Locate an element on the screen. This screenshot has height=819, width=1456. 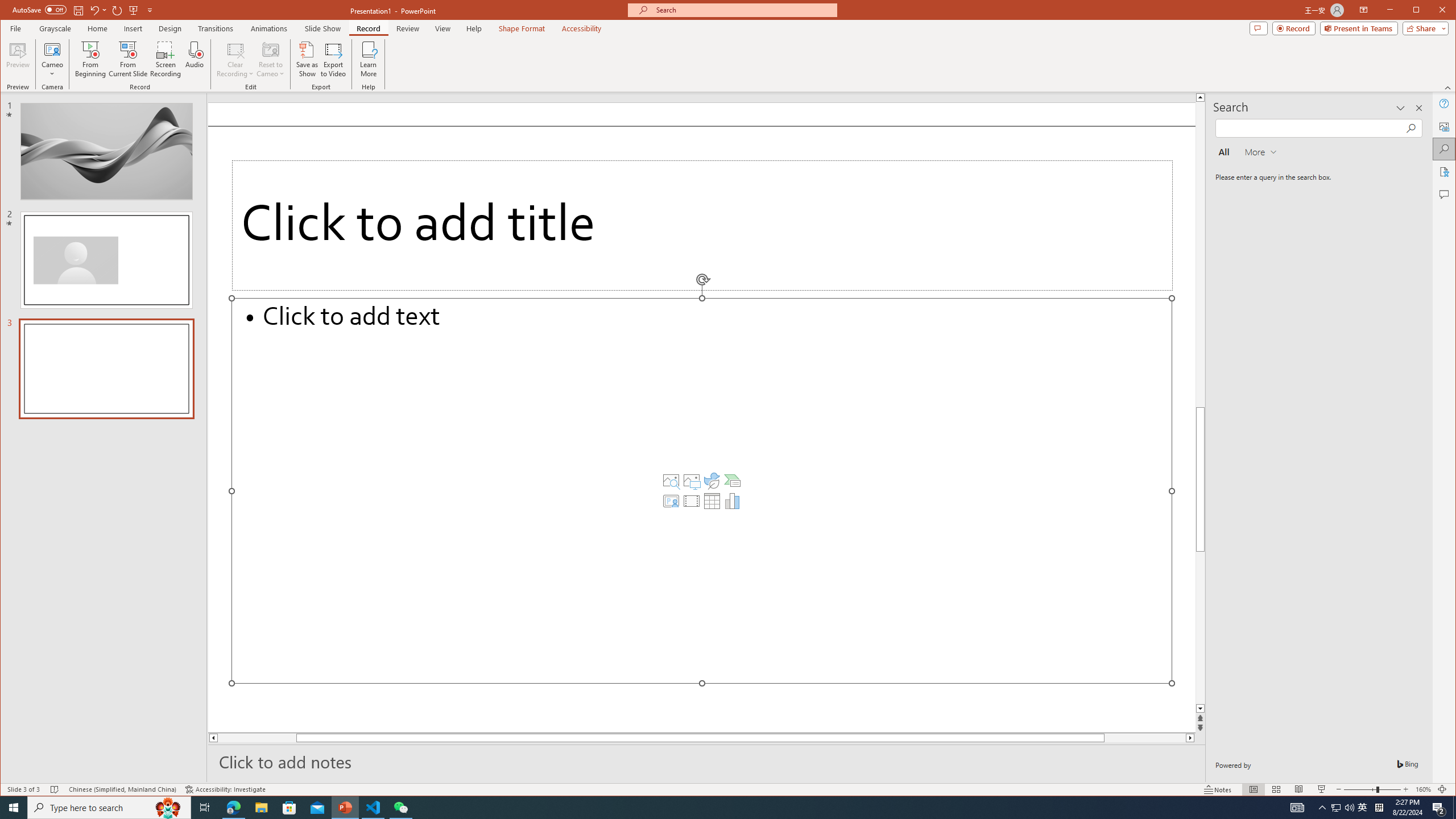
'Content Placeholder' is located at coordinates (732, 481).